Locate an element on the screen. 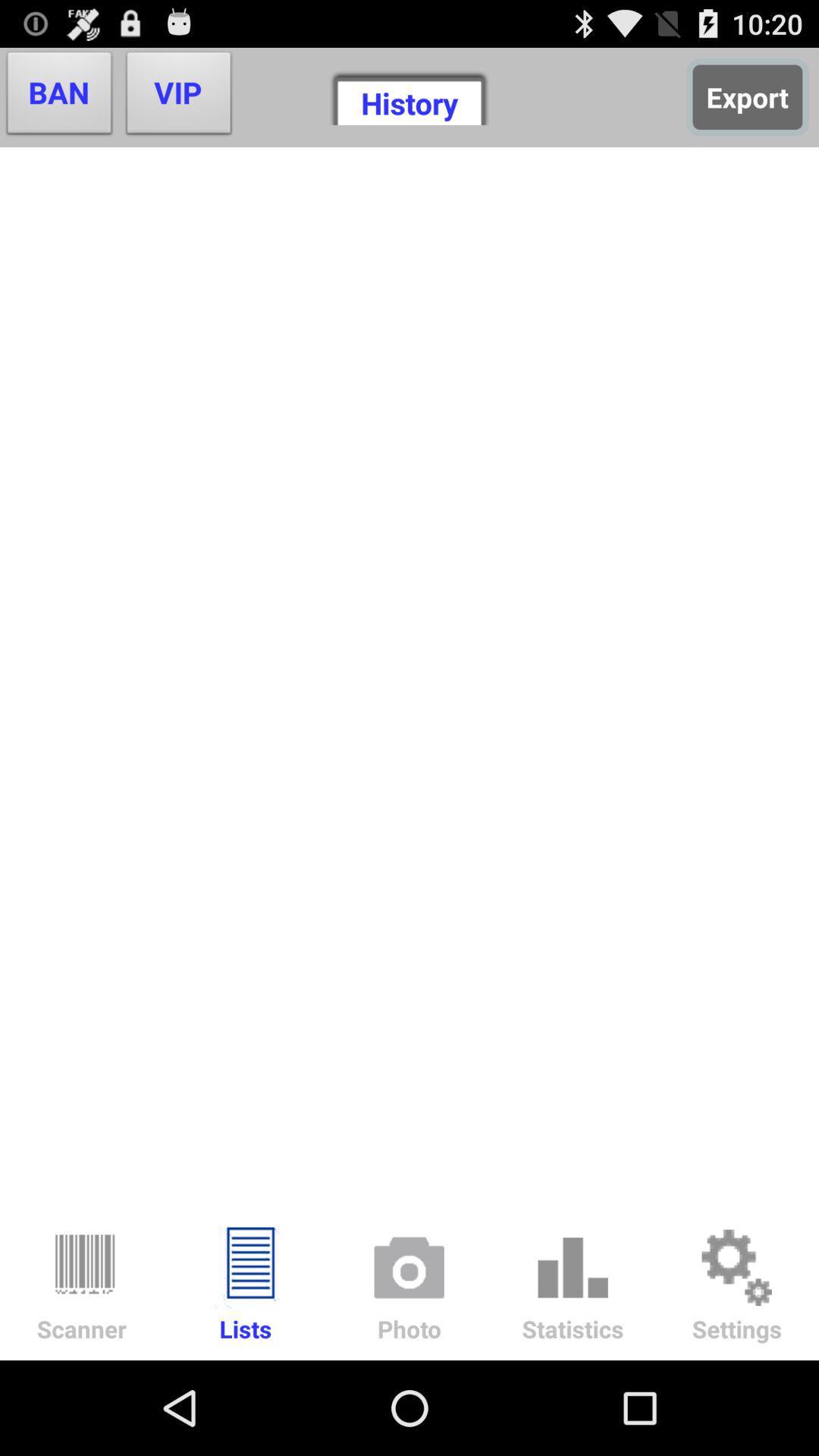 The height and width of the screenshot is (1456, 819). button to the left of history icon is located at coordinates (178, 96).